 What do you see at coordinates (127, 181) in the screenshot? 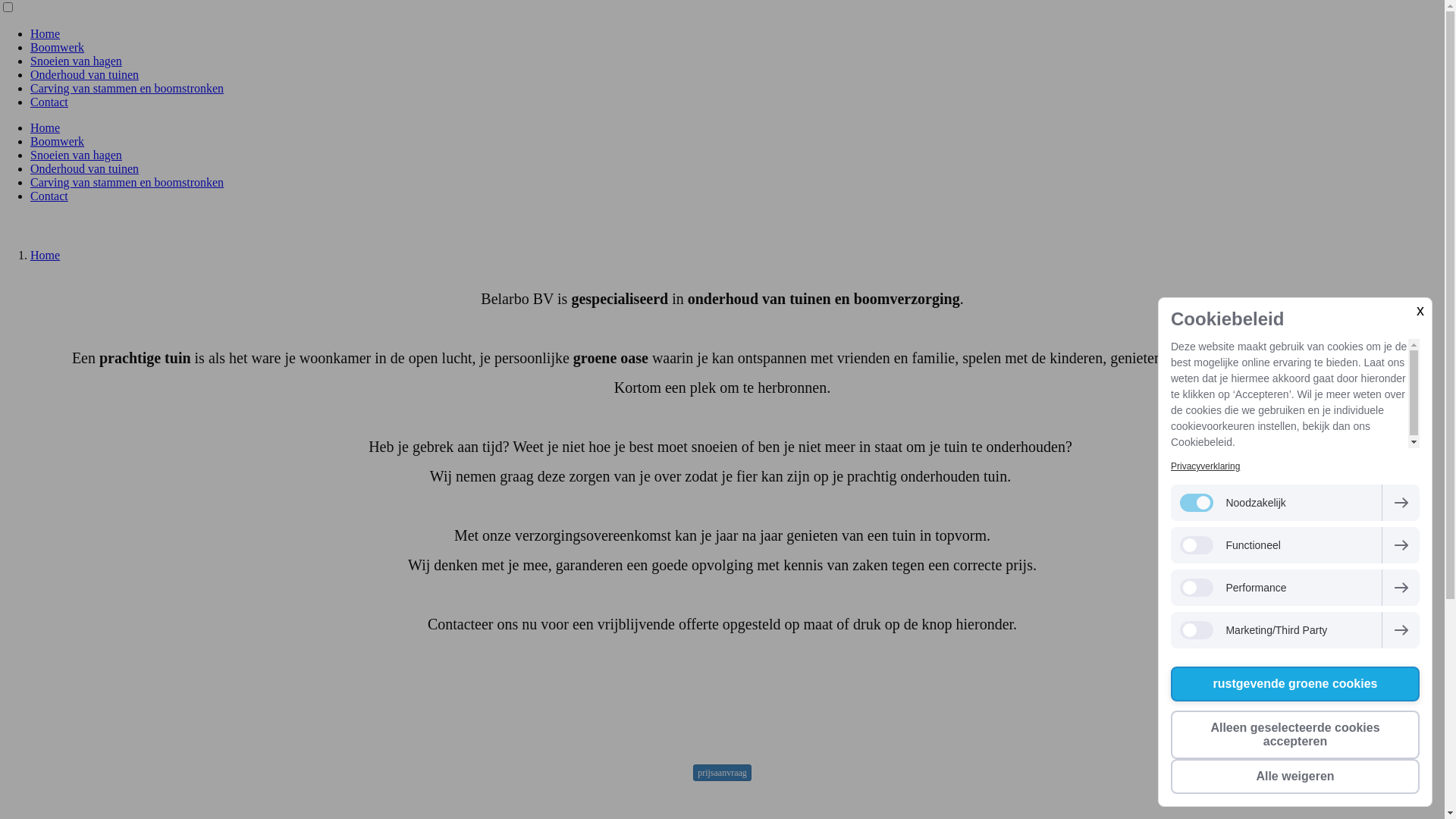
I see `'Carving van stammen en boomstronken'` at bounding box center [127, 181].